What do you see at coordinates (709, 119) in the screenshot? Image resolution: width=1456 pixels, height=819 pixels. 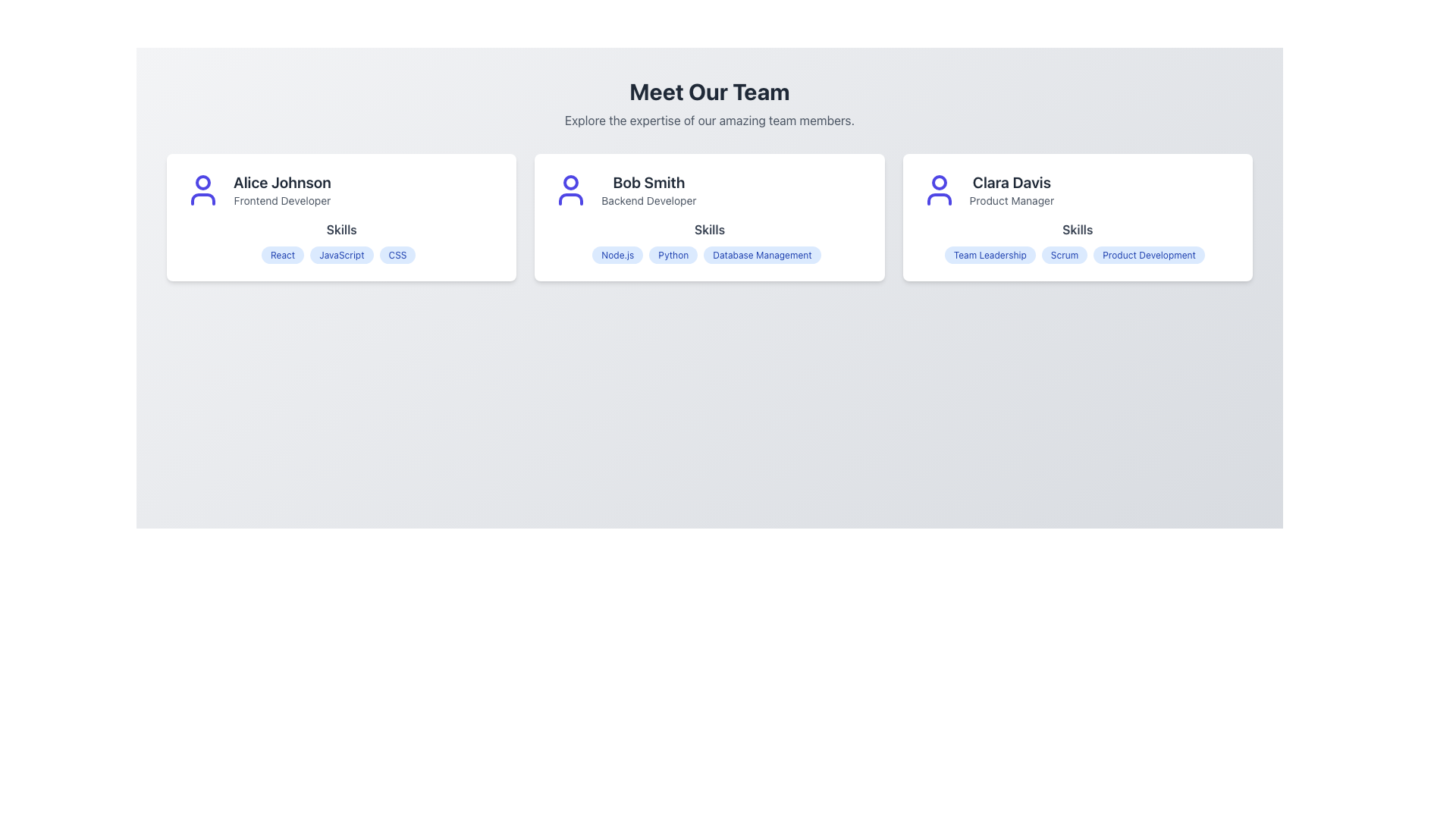 I see `the text element that reads 'Explore the expertise of our amazing team members.', located directly beneath the heading 'Meet Our Team'` at bounding box center [709, 119].